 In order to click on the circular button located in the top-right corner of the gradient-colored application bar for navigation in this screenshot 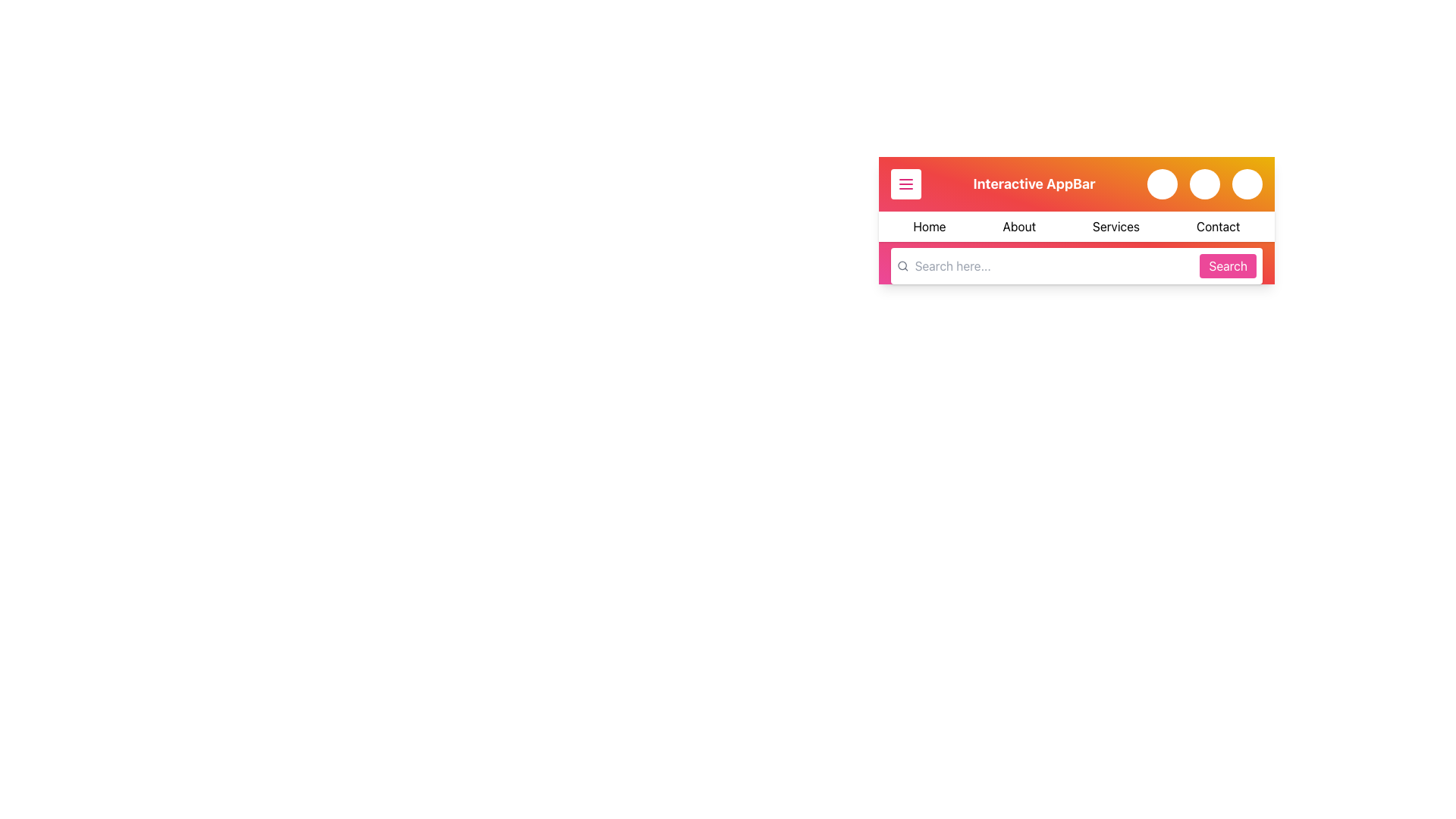, I will do `click(1203, 184)`.